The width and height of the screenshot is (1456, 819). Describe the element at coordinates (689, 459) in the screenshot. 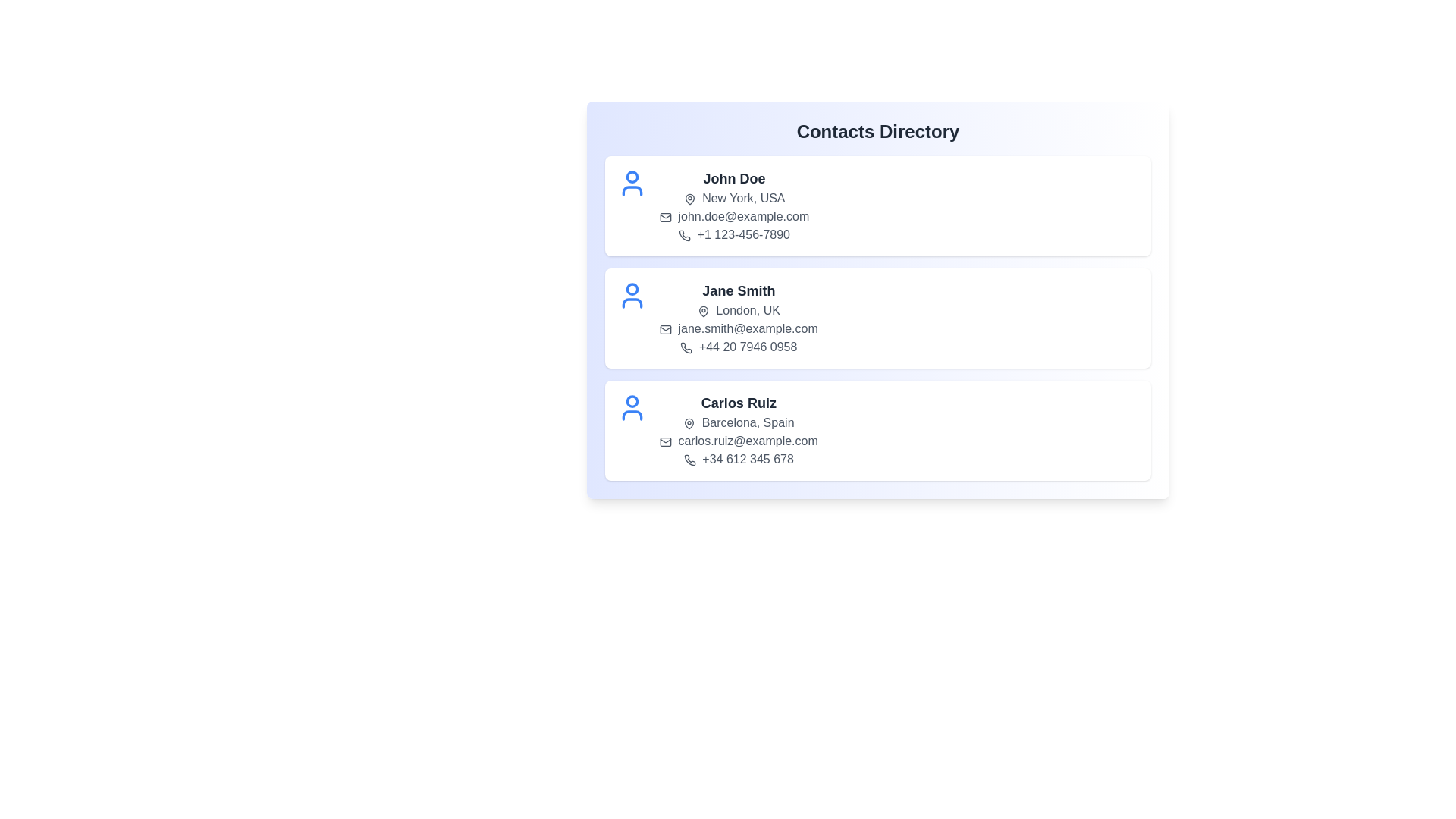

I see `the phone icon for the contact Carlos Ruiz` at that location.